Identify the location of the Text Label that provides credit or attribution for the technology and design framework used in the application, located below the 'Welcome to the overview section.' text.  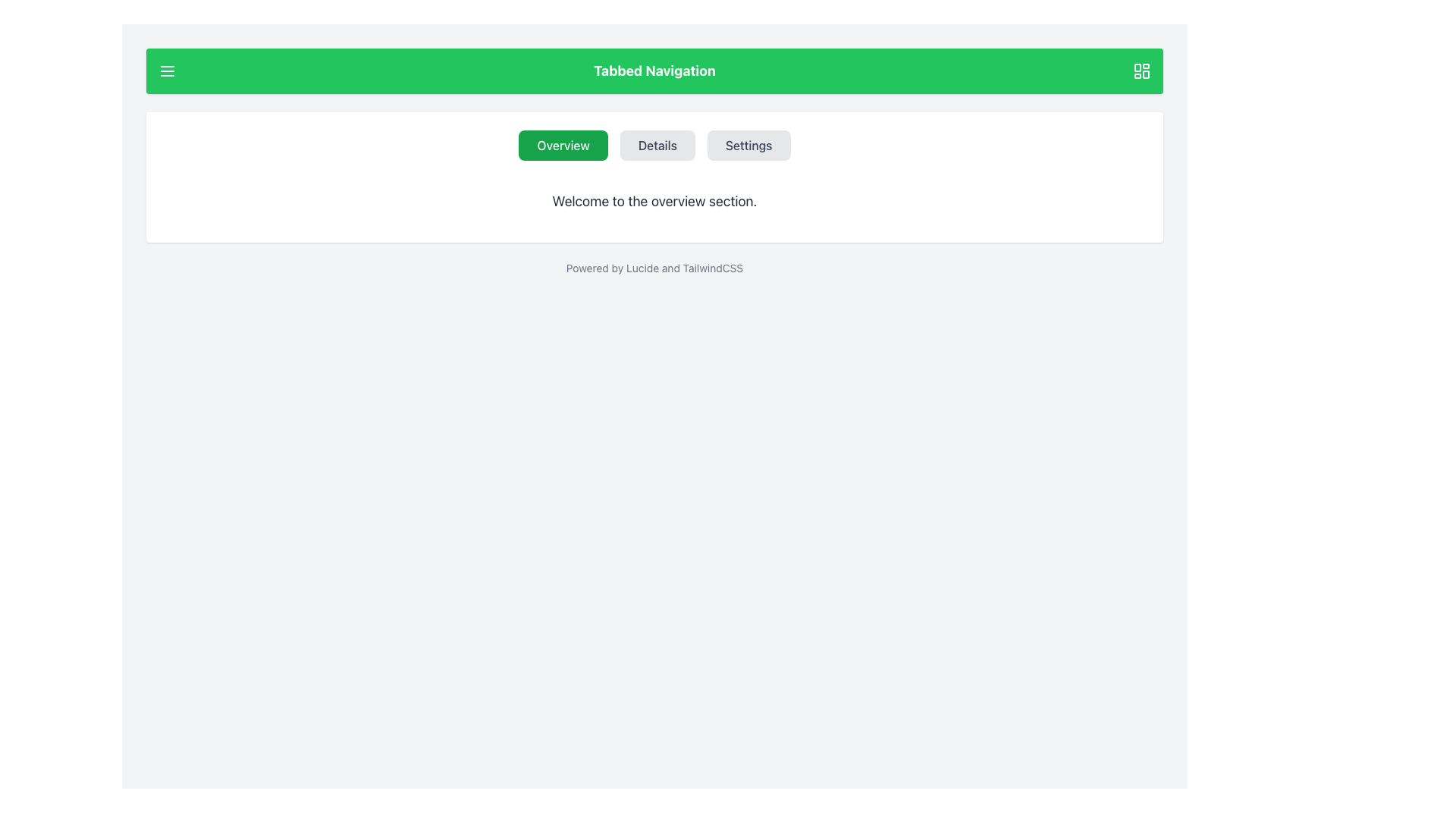
(654, 268).